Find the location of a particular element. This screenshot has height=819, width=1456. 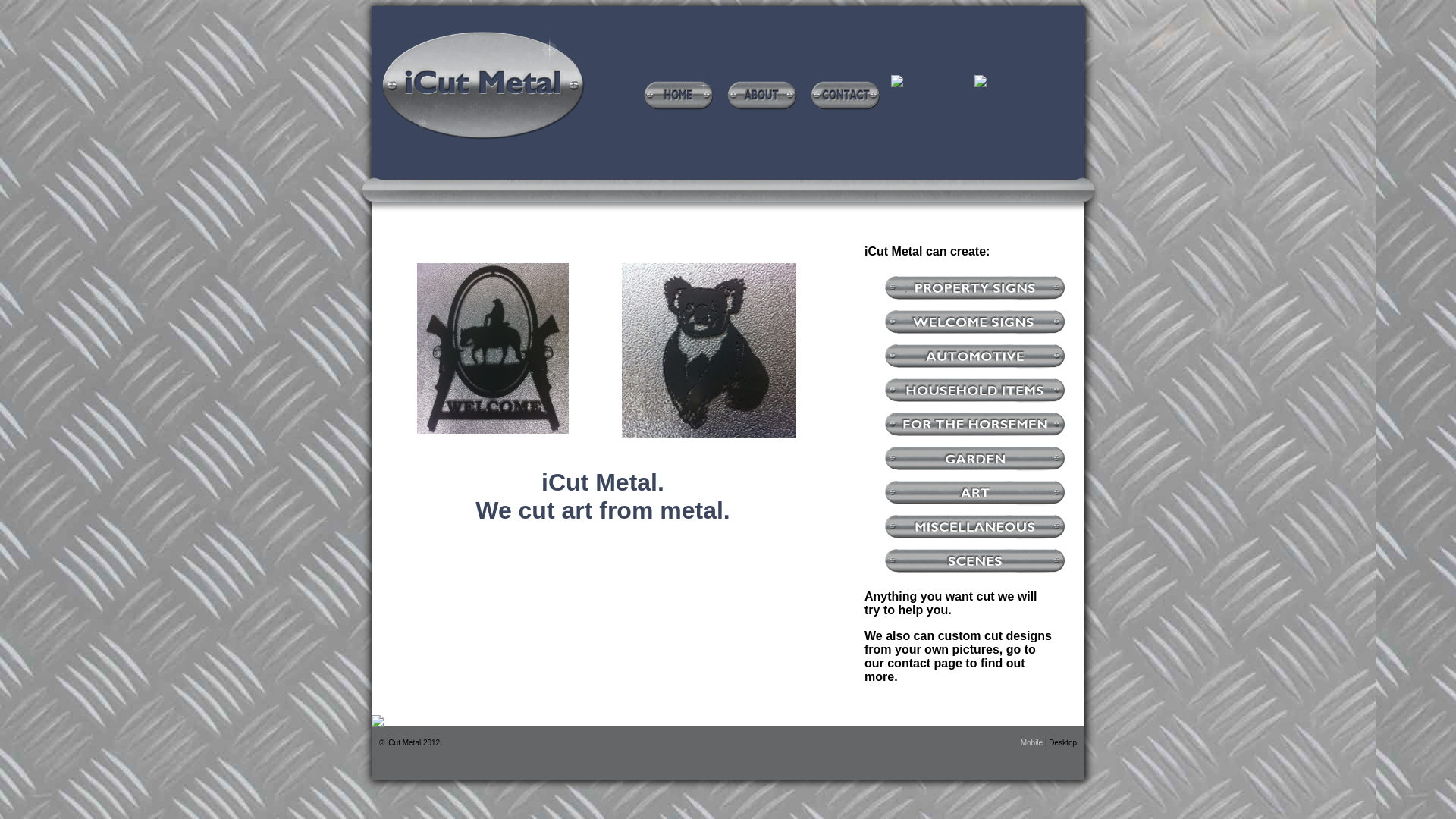

'Mobile' is located at coordinates (1032, 742).